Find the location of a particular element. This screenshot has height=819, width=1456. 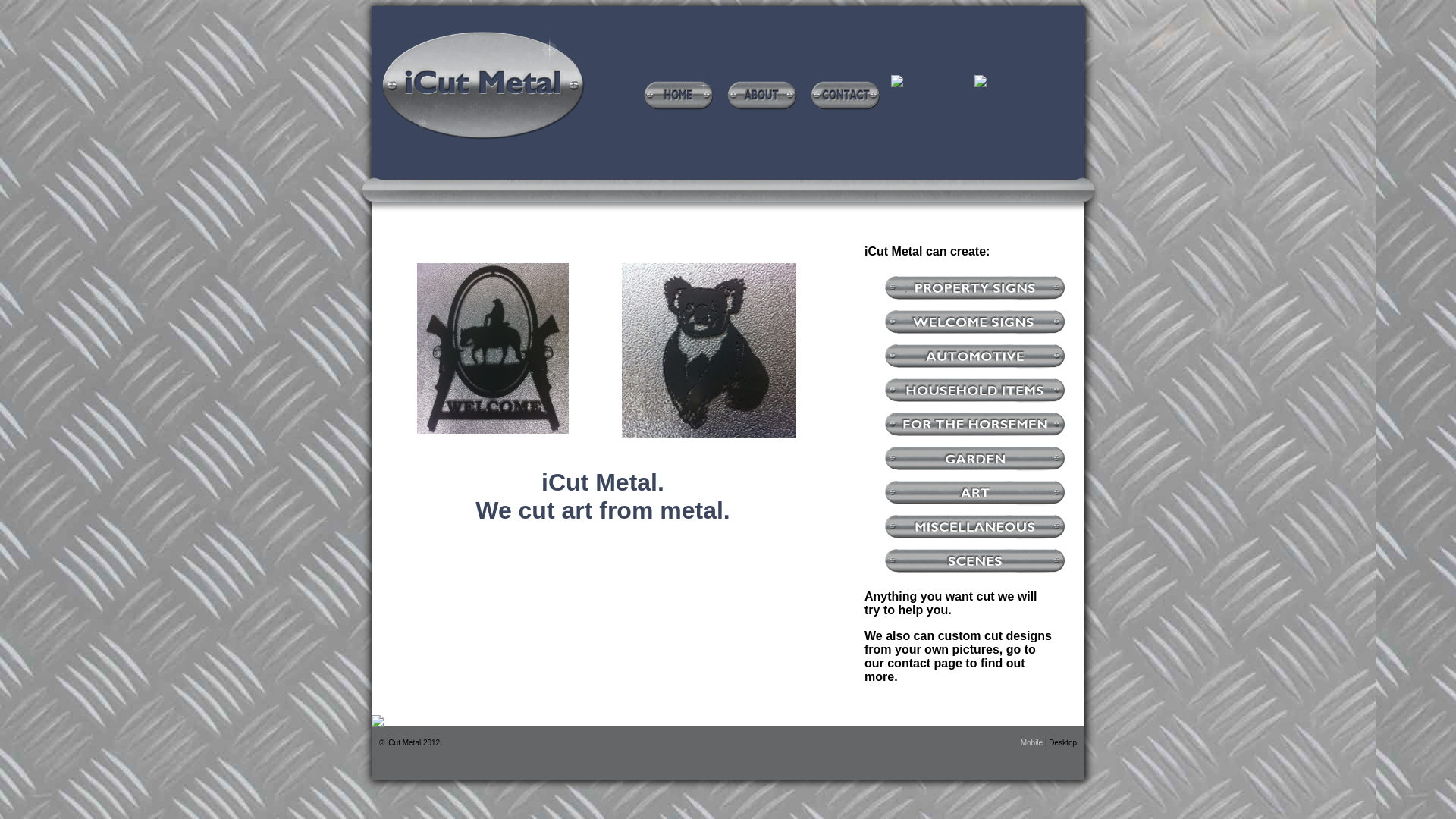

'Mobile' is located at coordinates (1032, 742).